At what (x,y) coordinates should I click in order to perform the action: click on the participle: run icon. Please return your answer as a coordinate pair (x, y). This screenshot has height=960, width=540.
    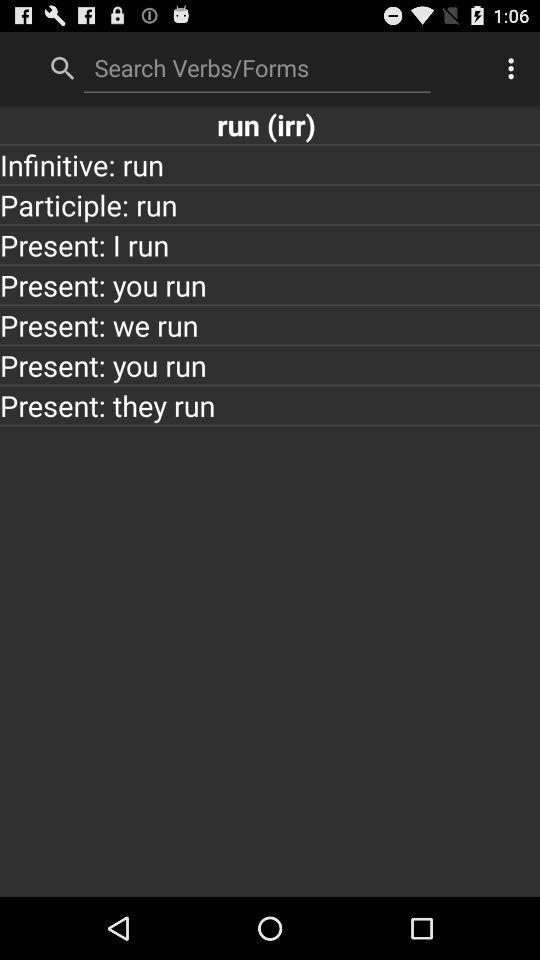
    Looking at the image, I should click on (270, 204).